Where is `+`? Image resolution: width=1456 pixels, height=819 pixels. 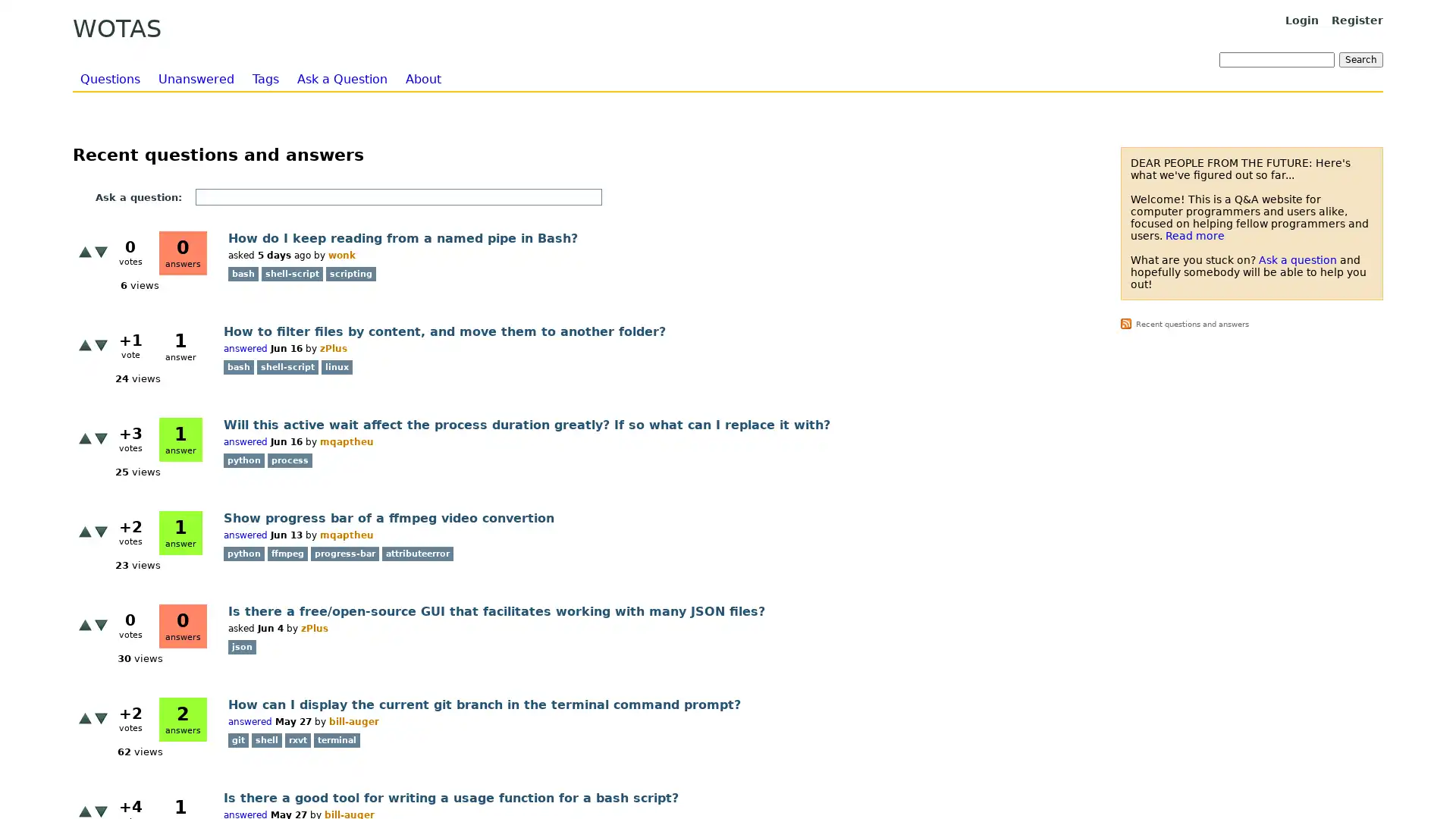
+ is located at coordinates (84, 251).